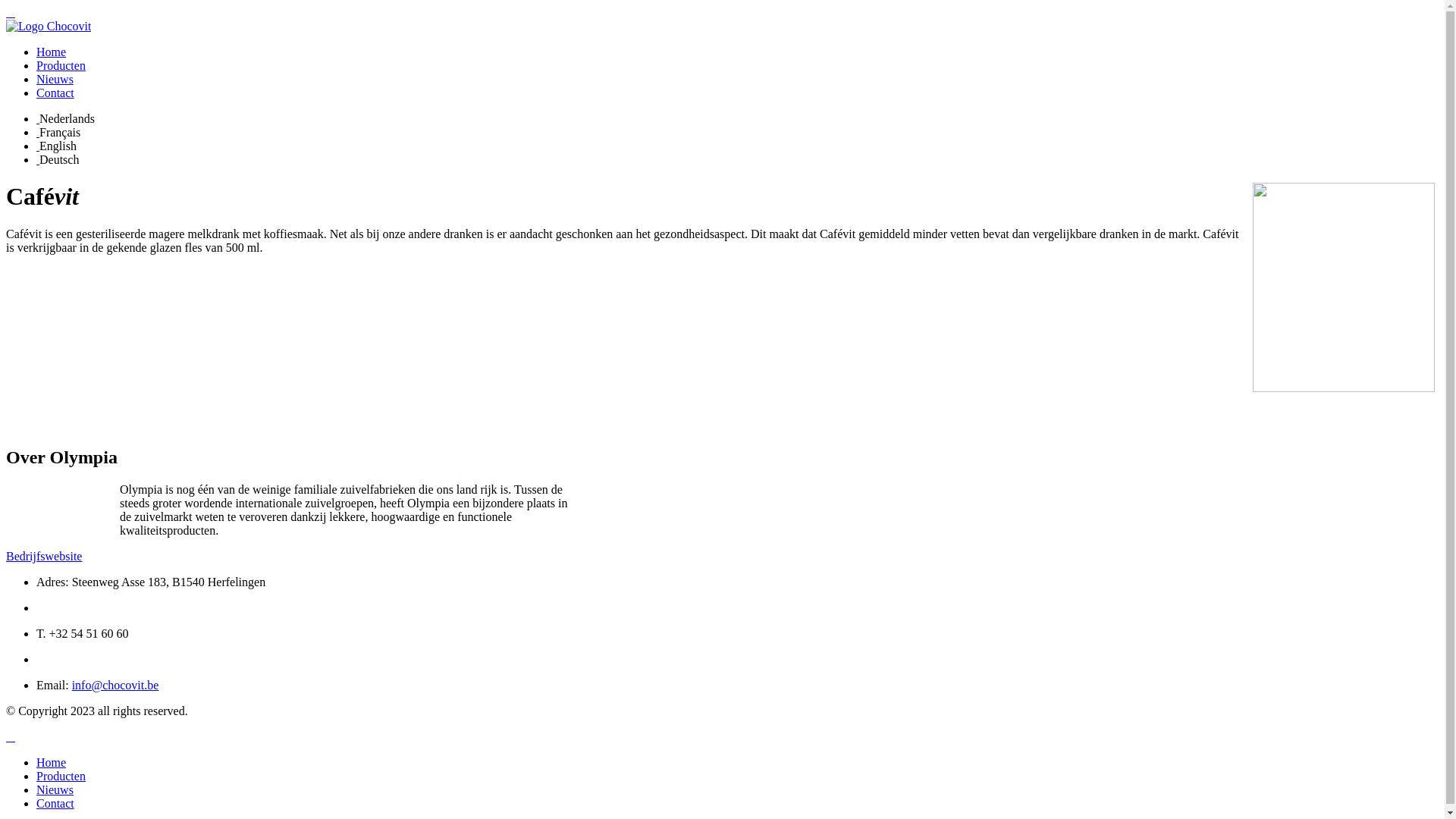 The height and width of the screenshot is (819, 1456). Describe the element at coordinates (37, 131) in the screenshot. I see `' '` at that location.